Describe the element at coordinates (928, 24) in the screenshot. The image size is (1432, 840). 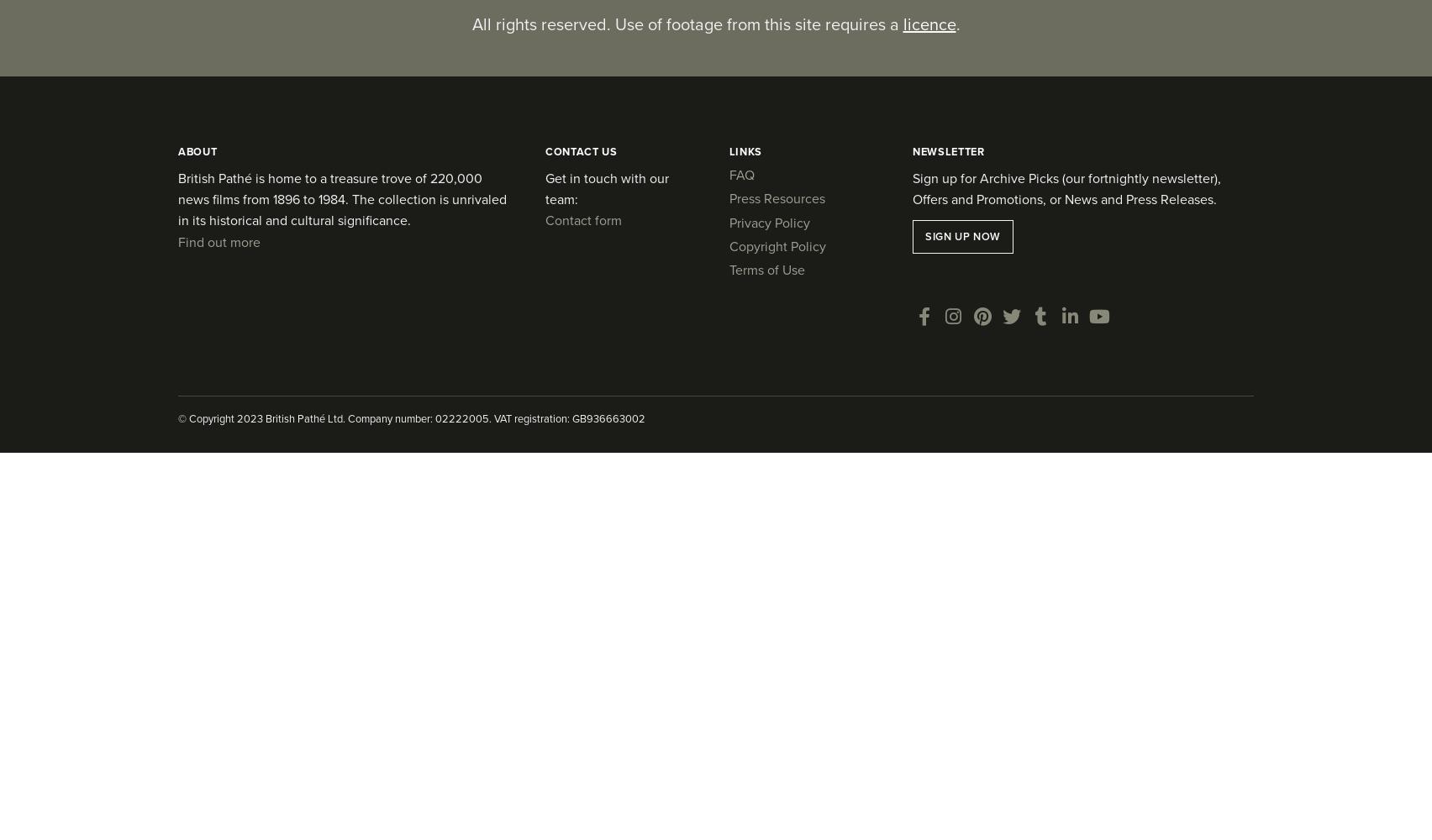
I see `'licence'` at that location.